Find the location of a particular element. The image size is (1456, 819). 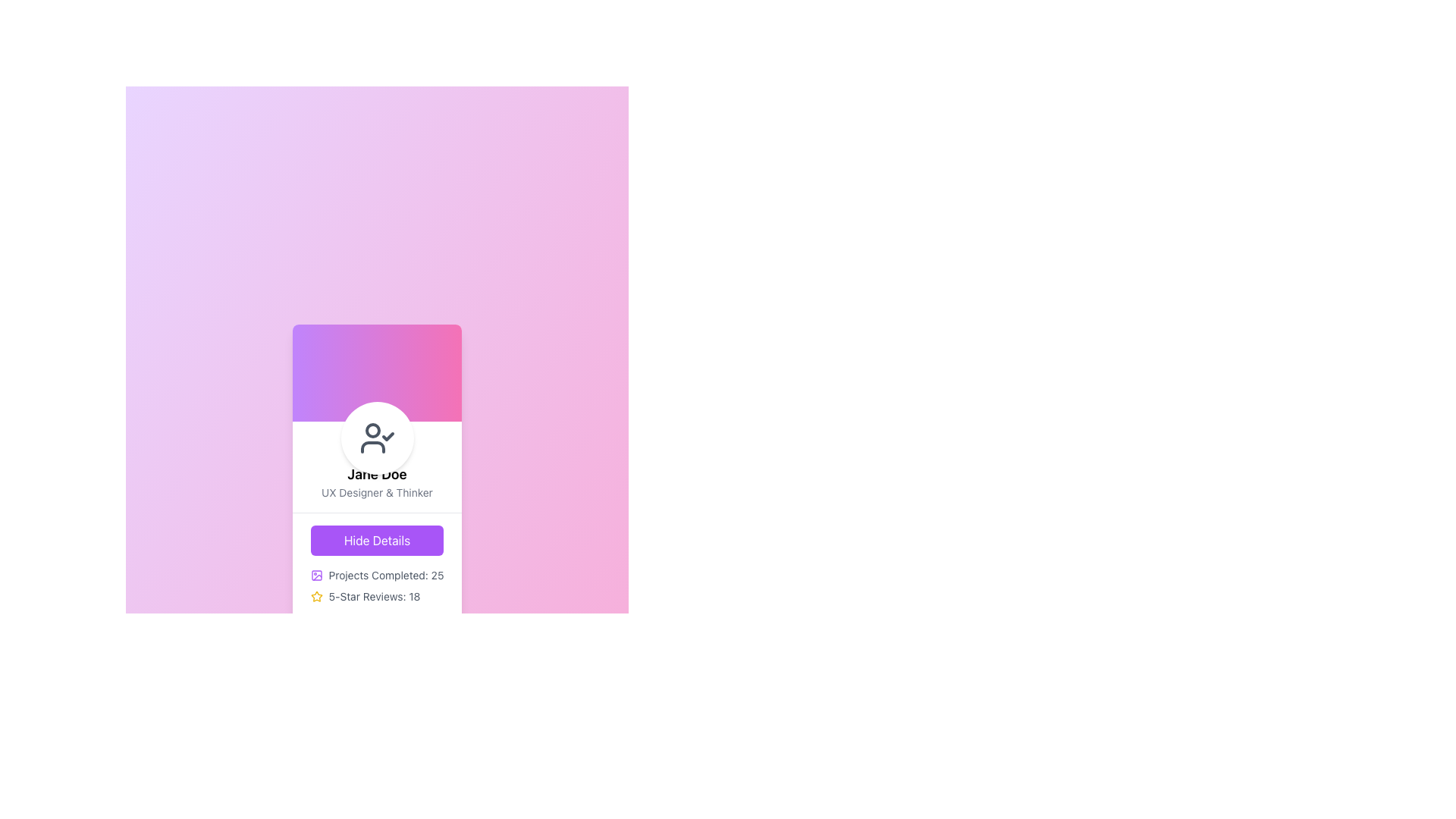

lower portion of the user avatar illustration, which represents the shoulders of the person-shaped icon, located at the top center of the layout within a card component is located at coordinates (372, 446).